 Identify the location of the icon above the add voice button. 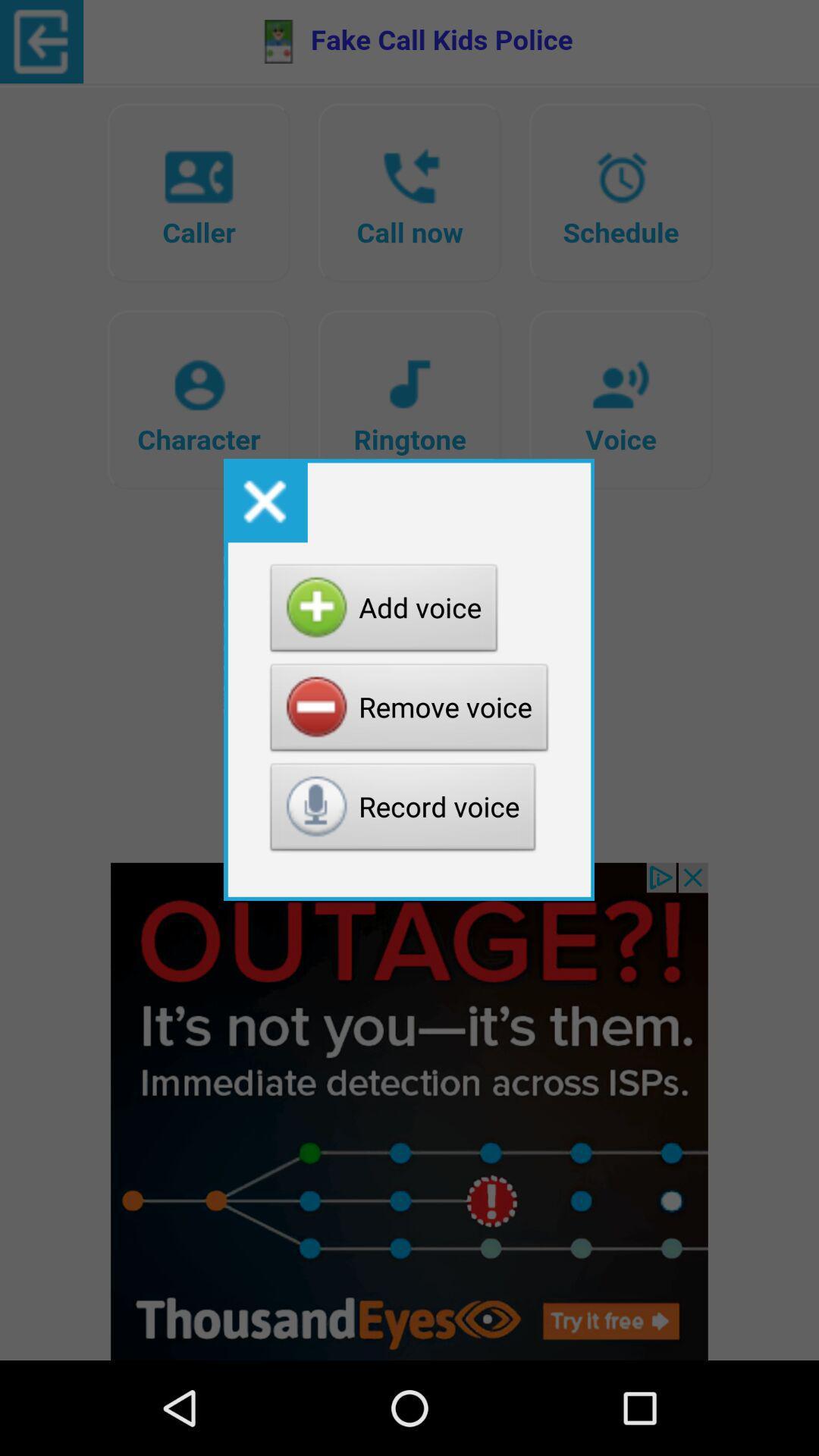
(265, 500).